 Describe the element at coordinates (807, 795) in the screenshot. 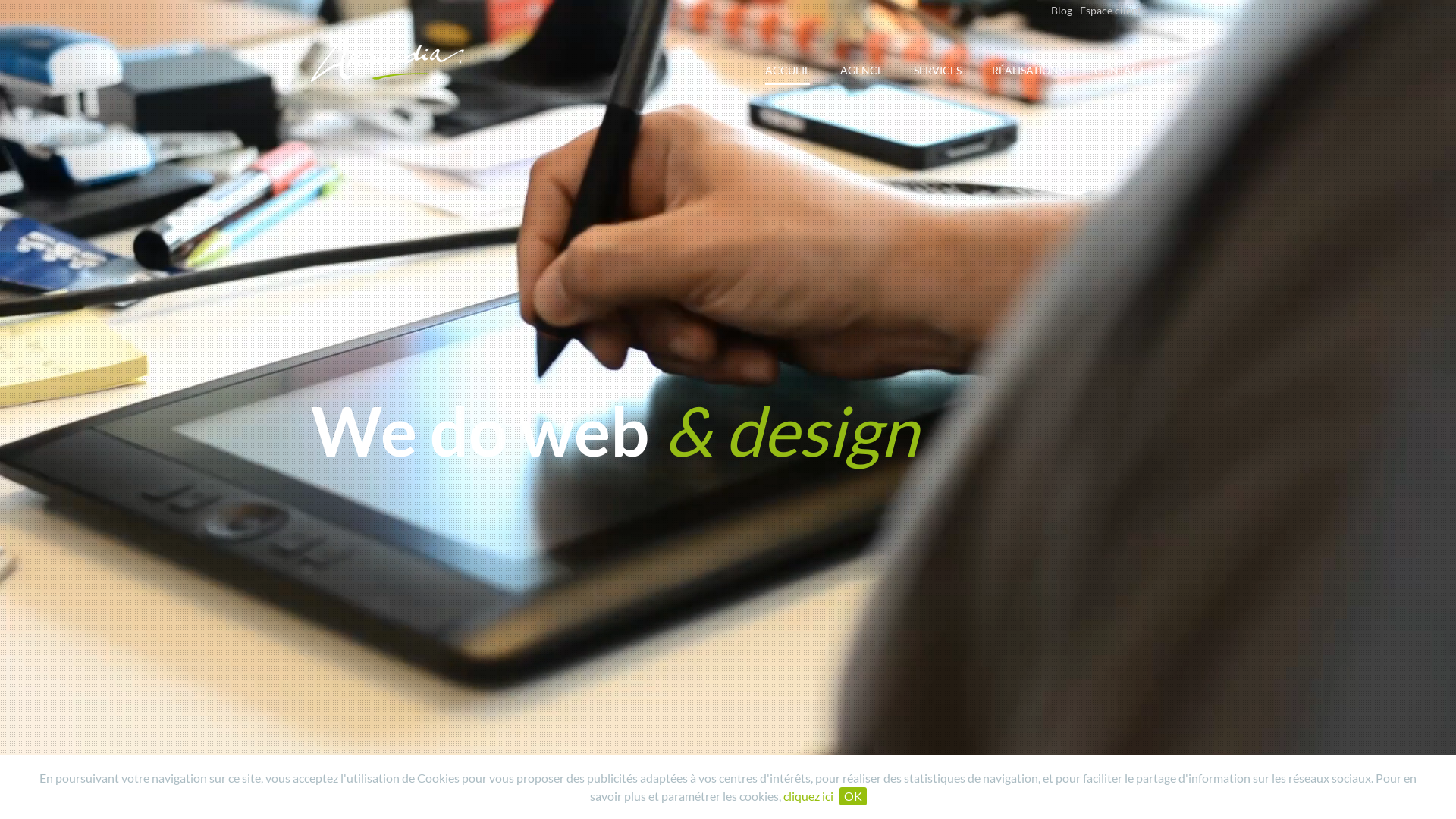

I see `'cliquez ici'` at that location.